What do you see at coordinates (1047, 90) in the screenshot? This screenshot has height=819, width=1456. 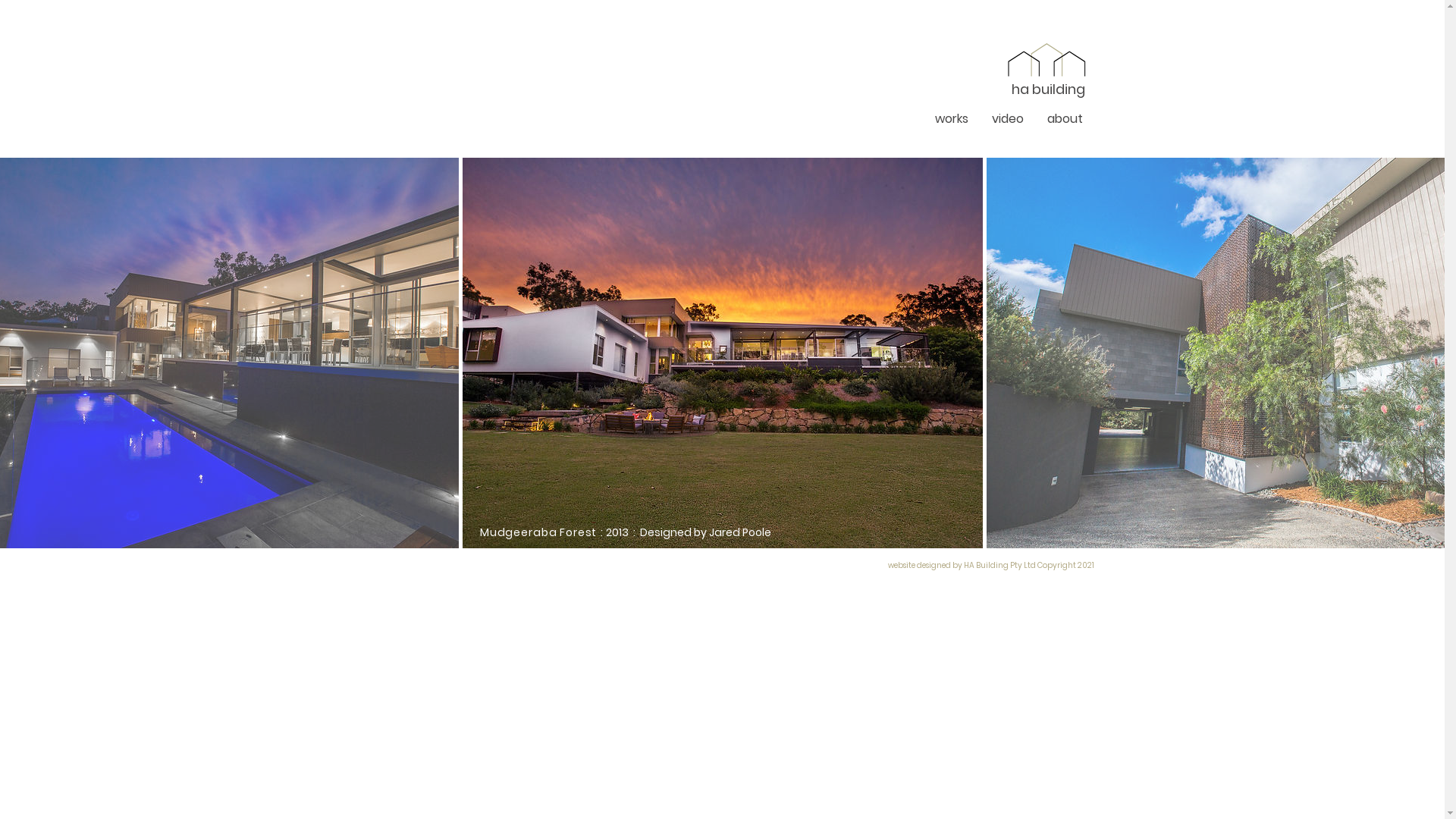 I see `'ha building'` at bounding box center [1047, 90].